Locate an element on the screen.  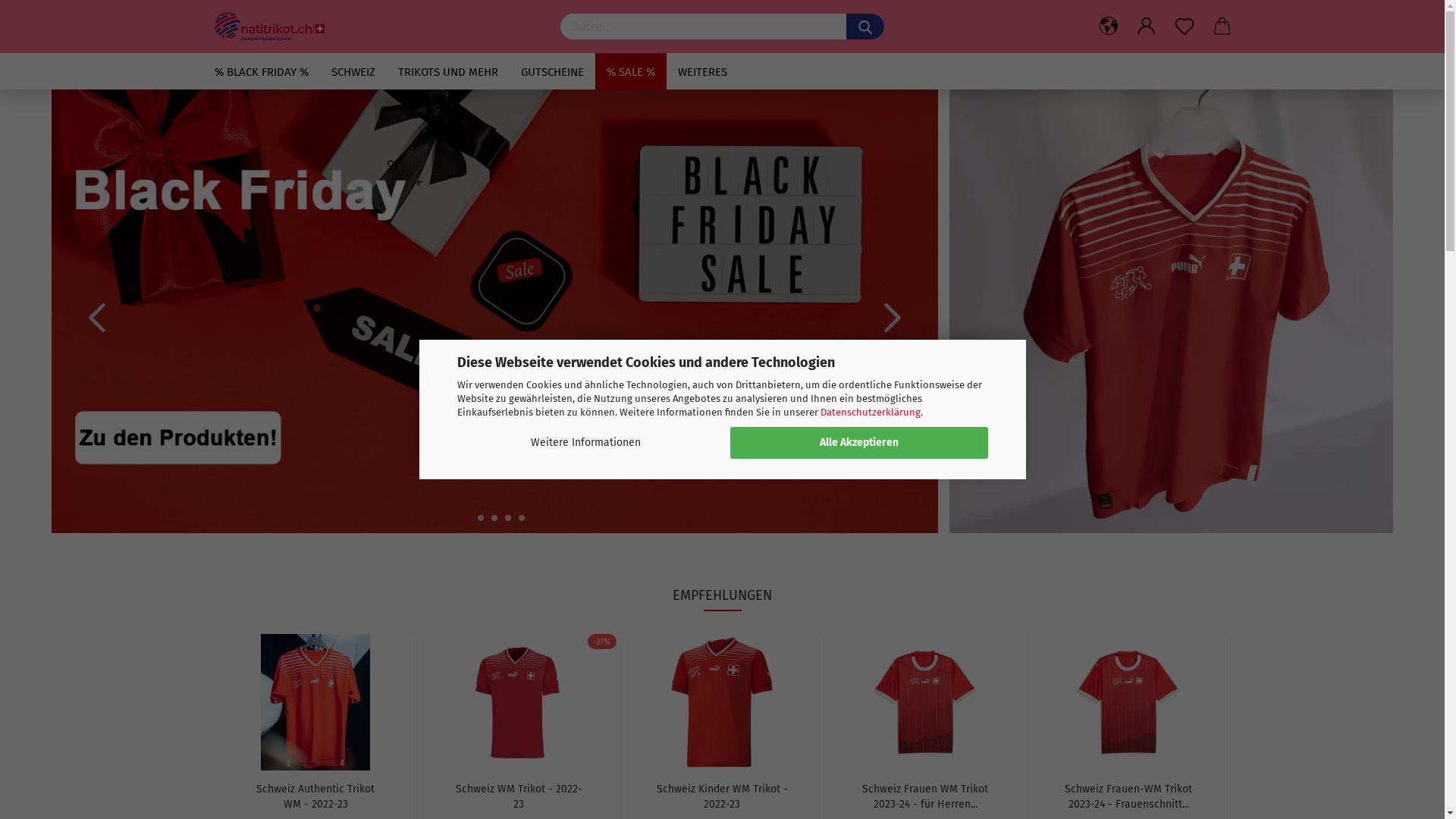
'% BLACK FRIDAY %' is located at coordinates (262, 71).